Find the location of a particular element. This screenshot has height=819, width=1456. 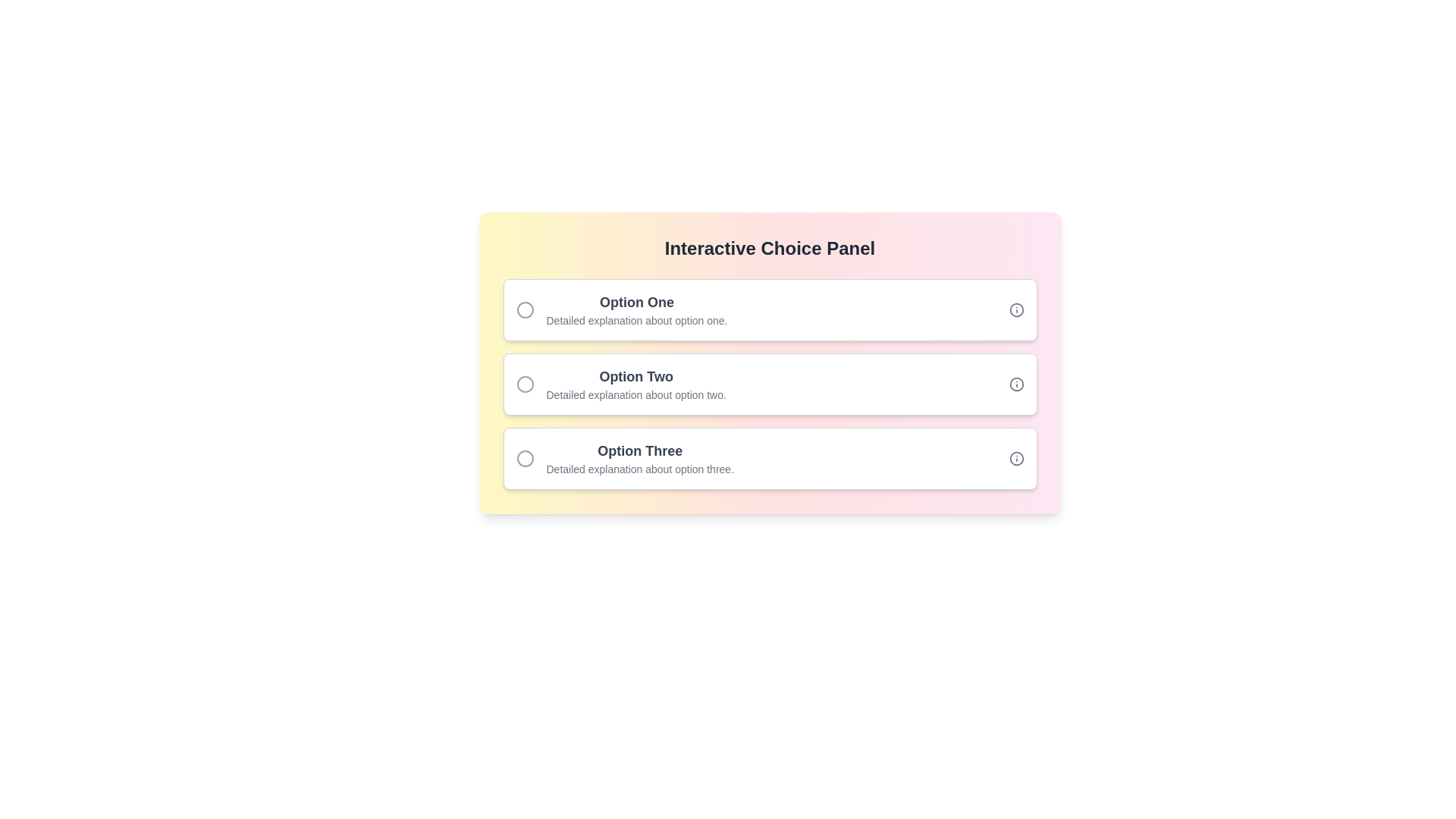

the gray circular icon adjacent to the 'Option One' text label in the first selection row is located at coordinates (1016, 309).